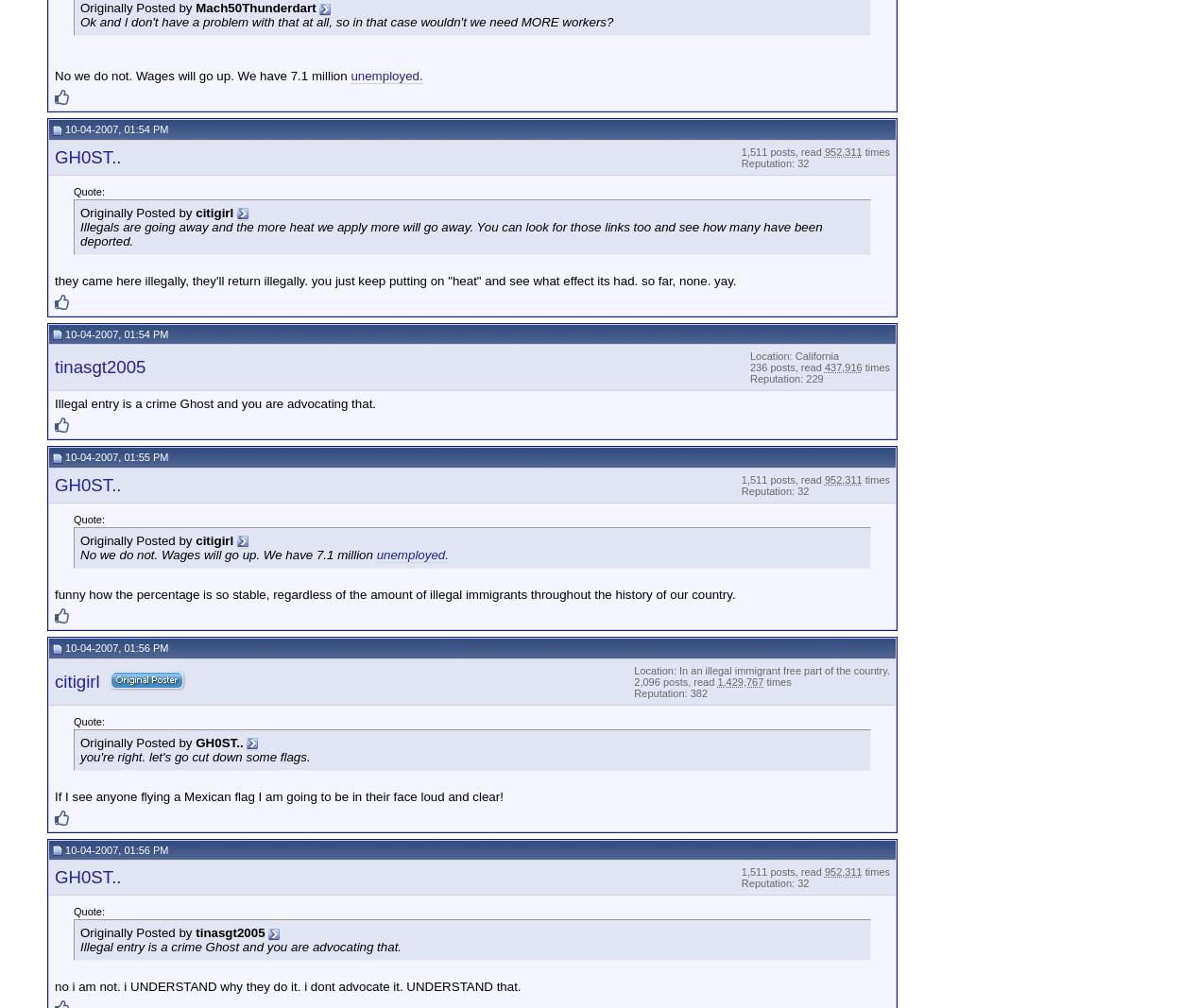  What do you see at coordinates (740, 679) in the screenshot?
I see `'1,429,767'` at bounding box center [740, 679].